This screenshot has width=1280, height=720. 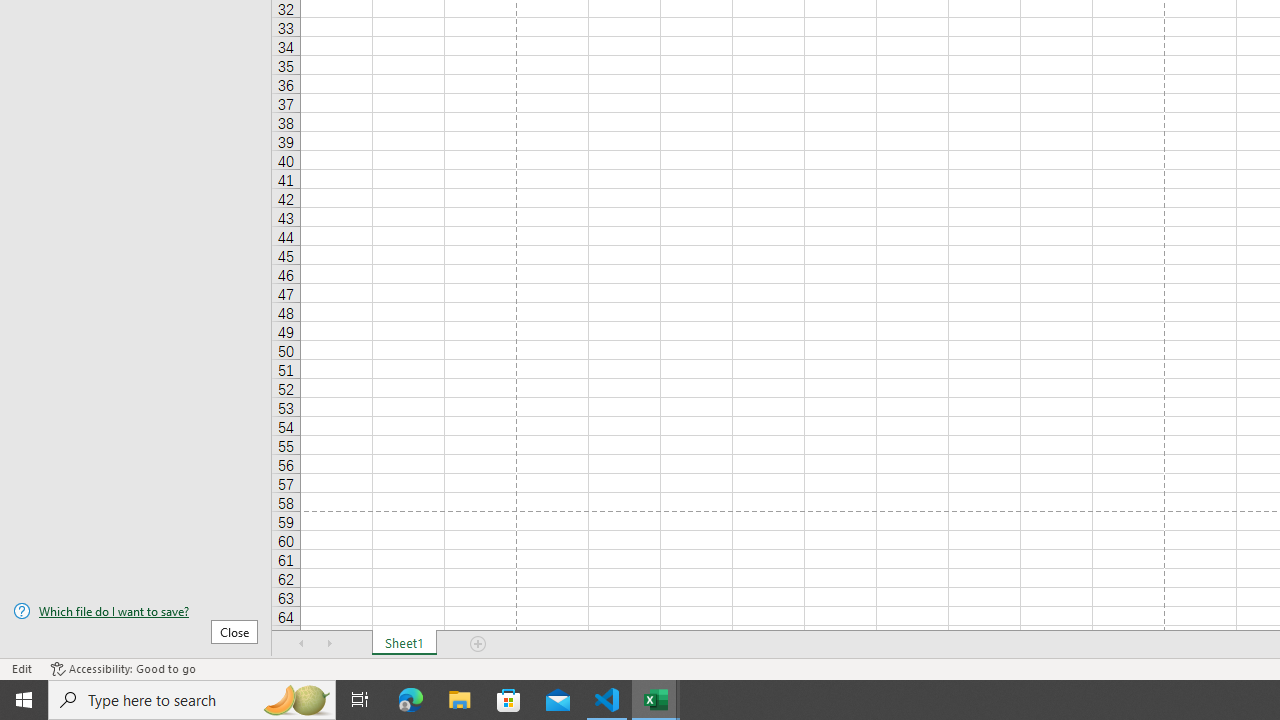 What do you see at coordinates (403, 644) in the screenshot?
I see `'Sheet1'` at bounding box center [403, 644].